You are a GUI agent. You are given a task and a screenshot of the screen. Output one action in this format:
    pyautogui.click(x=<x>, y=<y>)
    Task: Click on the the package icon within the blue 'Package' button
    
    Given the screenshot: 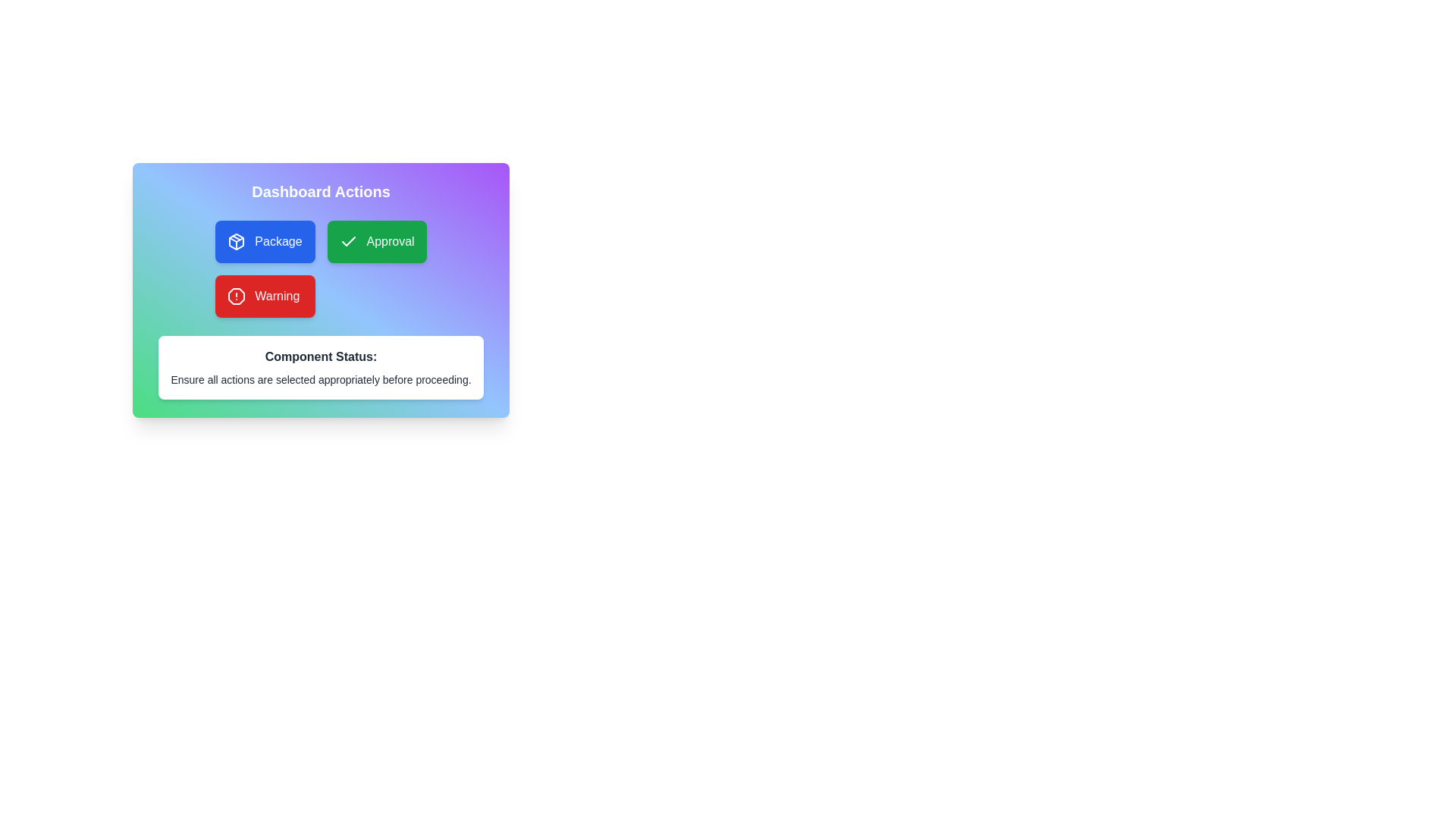 What is the action you would take?
    pyautogui.click(x=236, y=241)
    